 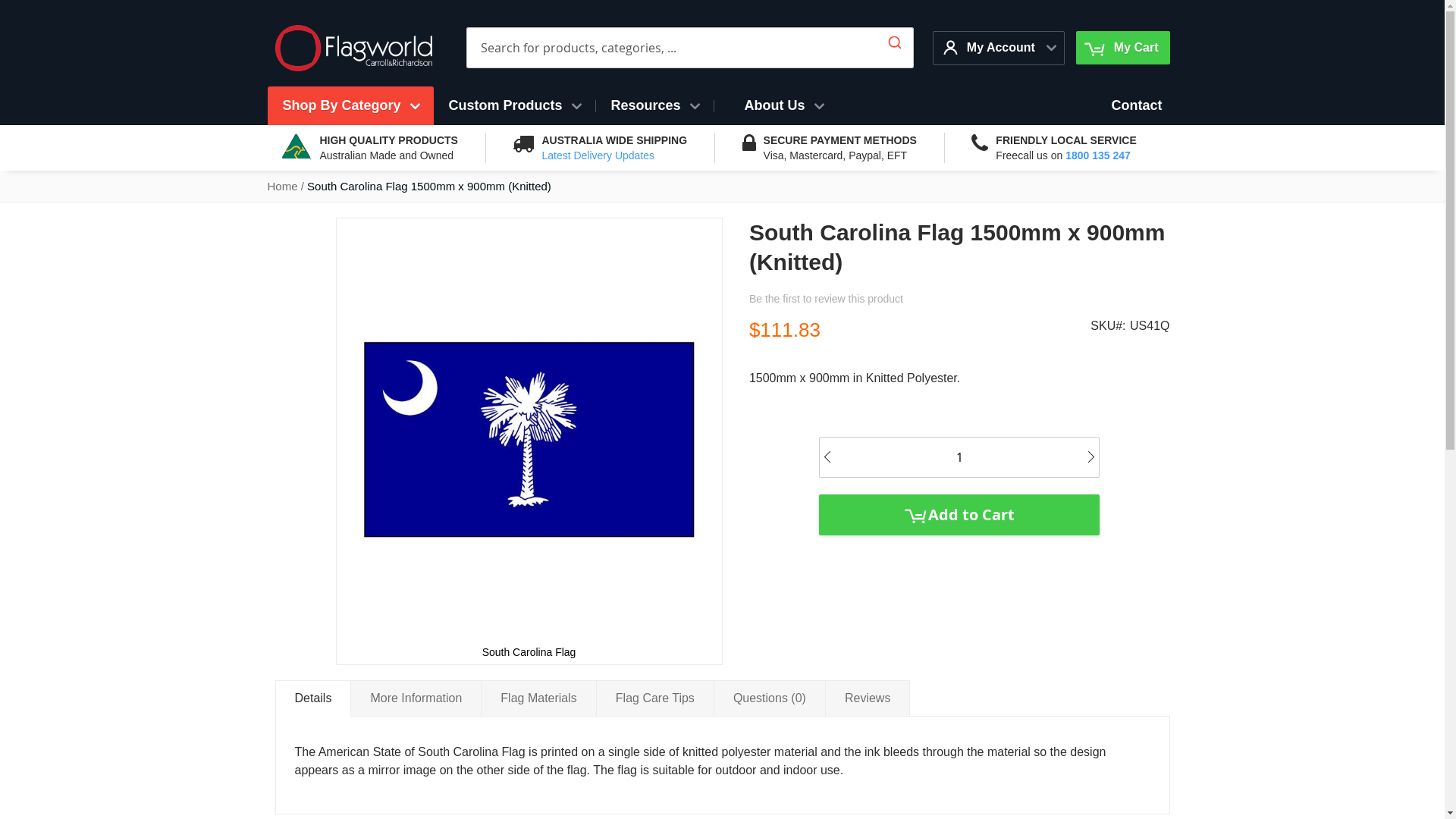 I want to click on 'Flagworld Logo', so click(x=274, y=47).